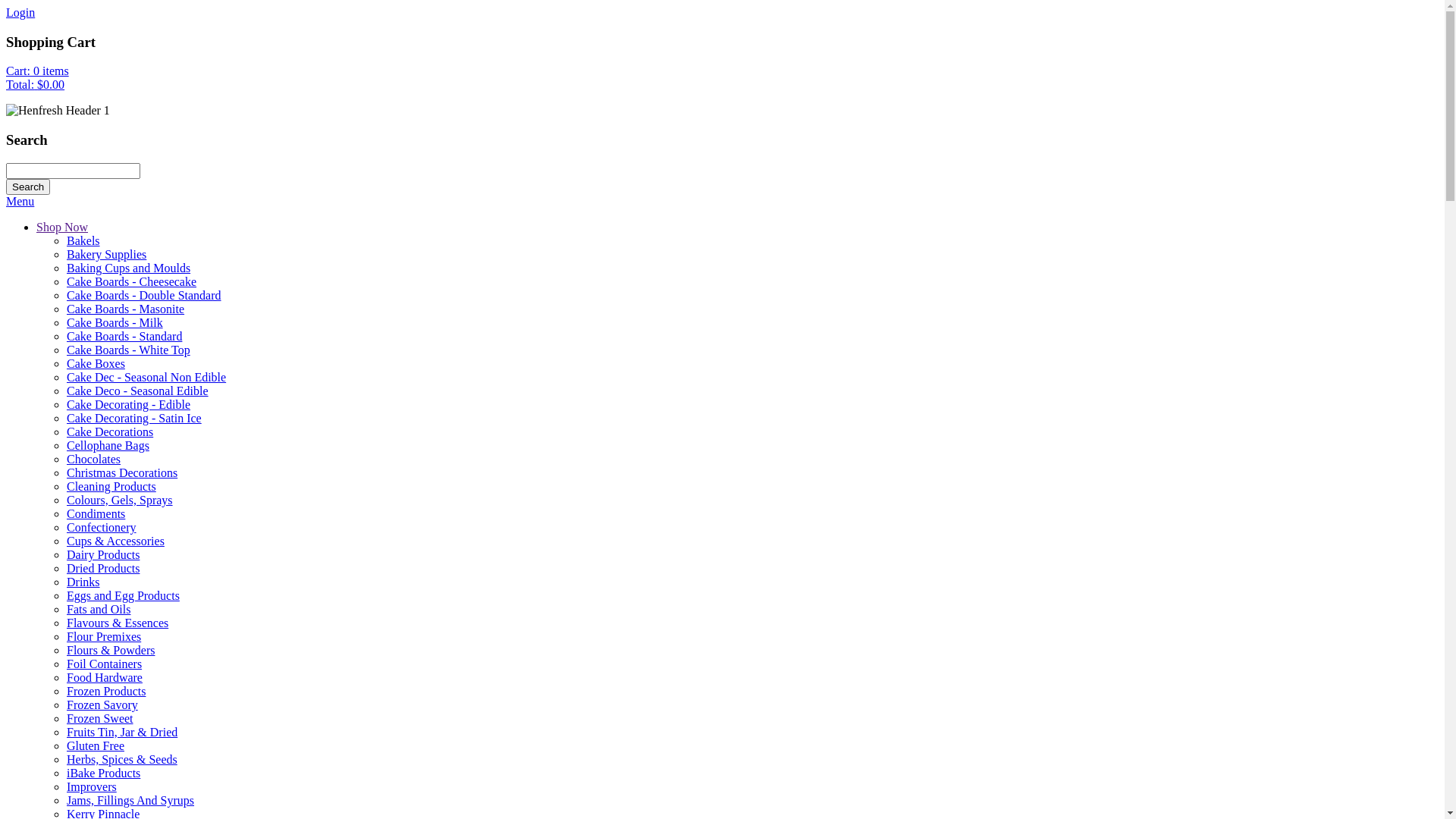  Describe the element at coordinates (128, 267) in the screenshot. I see `'Baking Cups and Moulds'` at that location.